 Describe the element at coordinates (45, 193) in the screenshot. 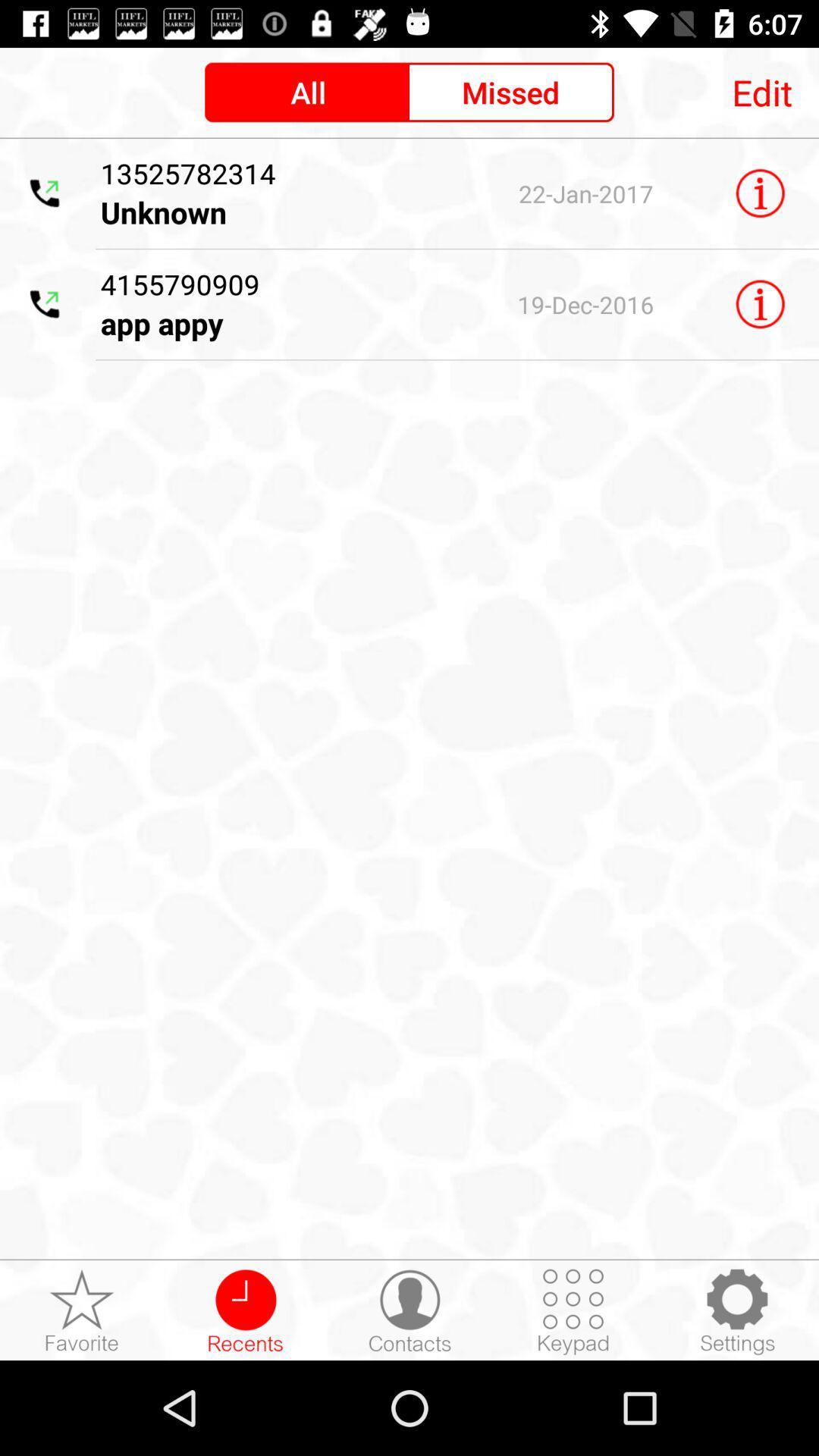

I see `the first outgoing call symbol` at that location.